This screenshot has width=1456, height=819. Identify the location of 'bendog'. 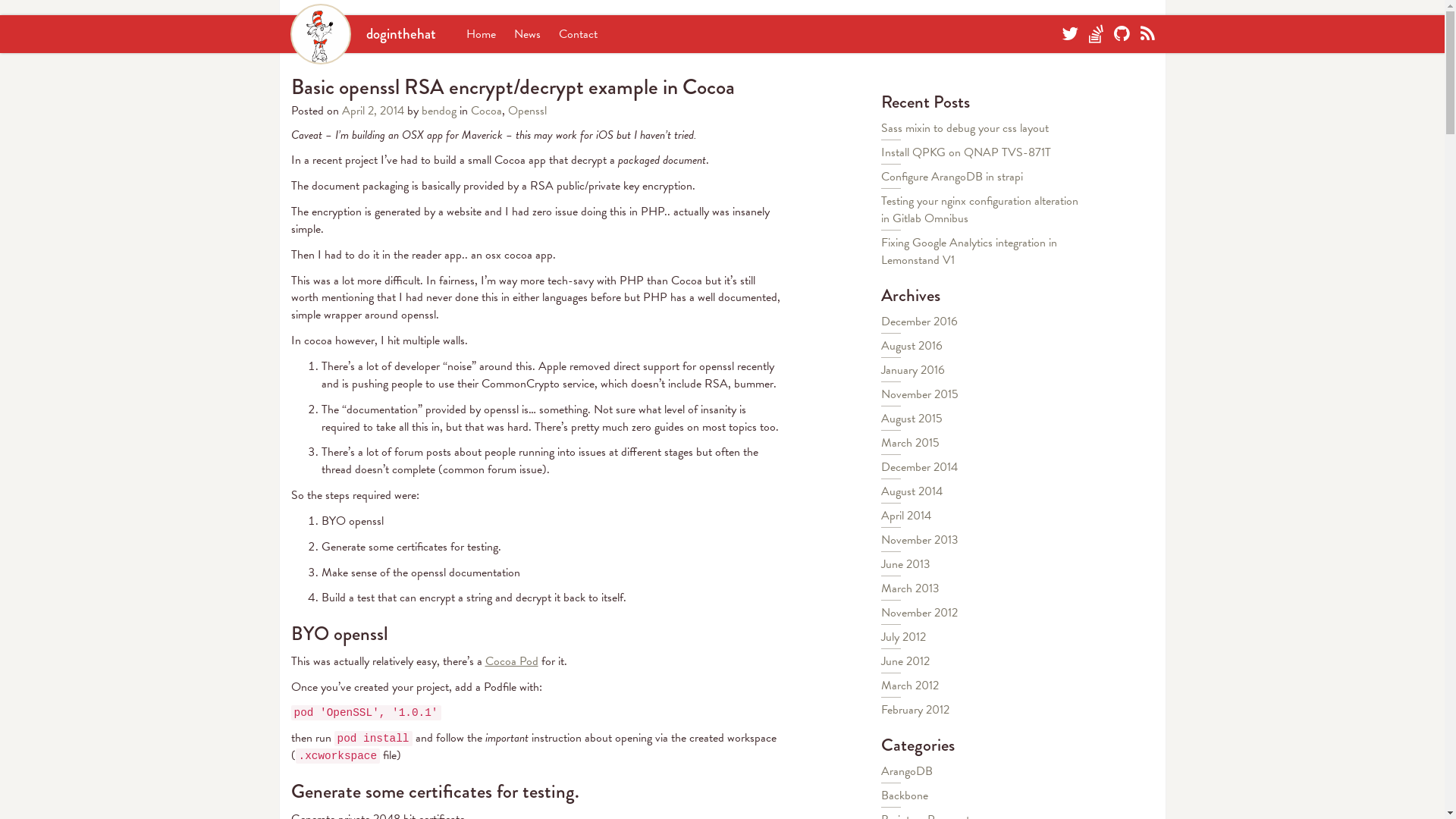
(438, 110).